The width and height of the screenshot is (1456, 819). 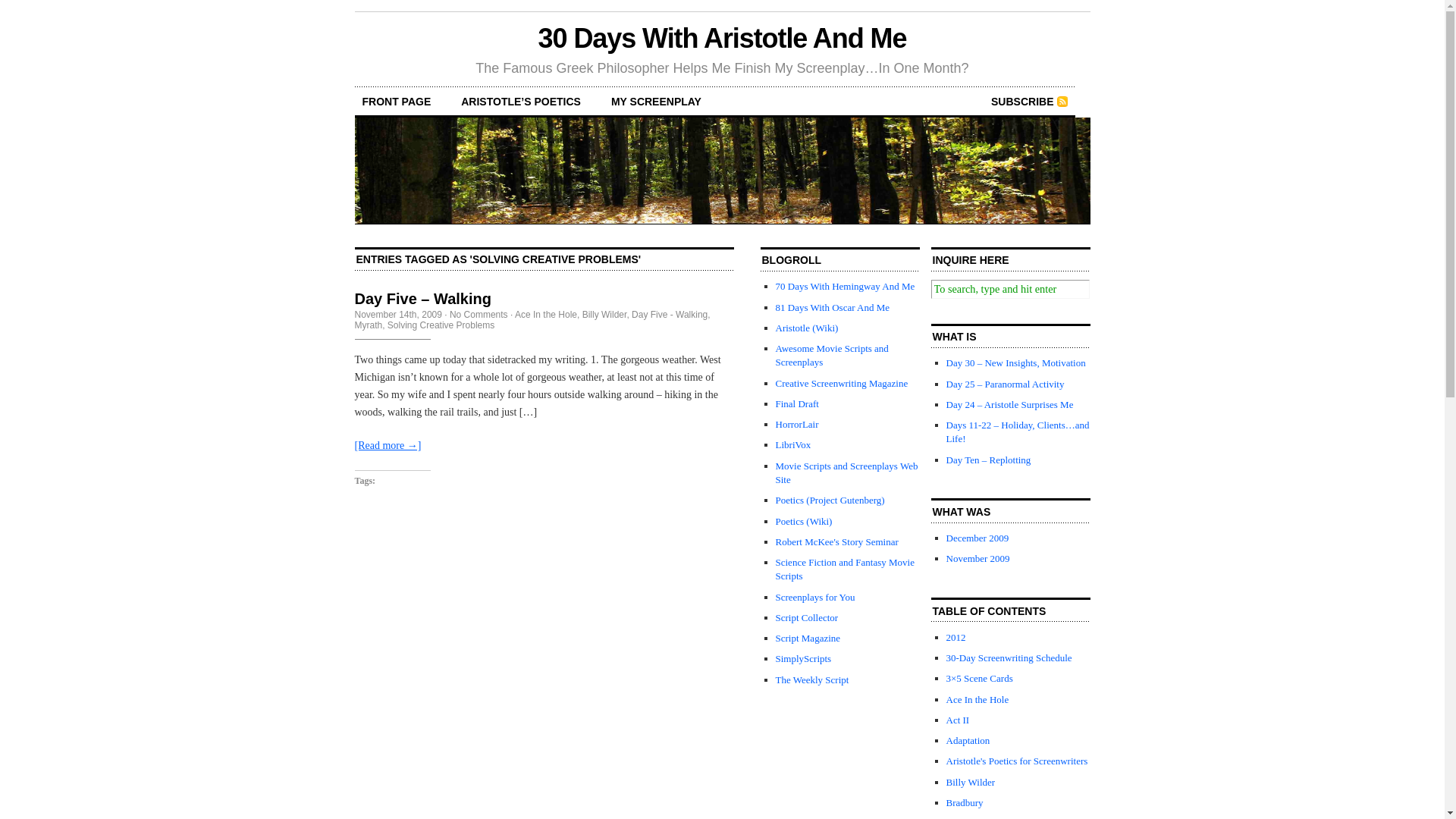 I want to click on 'SUBSCRIBE', so click(x=1029, y=102).